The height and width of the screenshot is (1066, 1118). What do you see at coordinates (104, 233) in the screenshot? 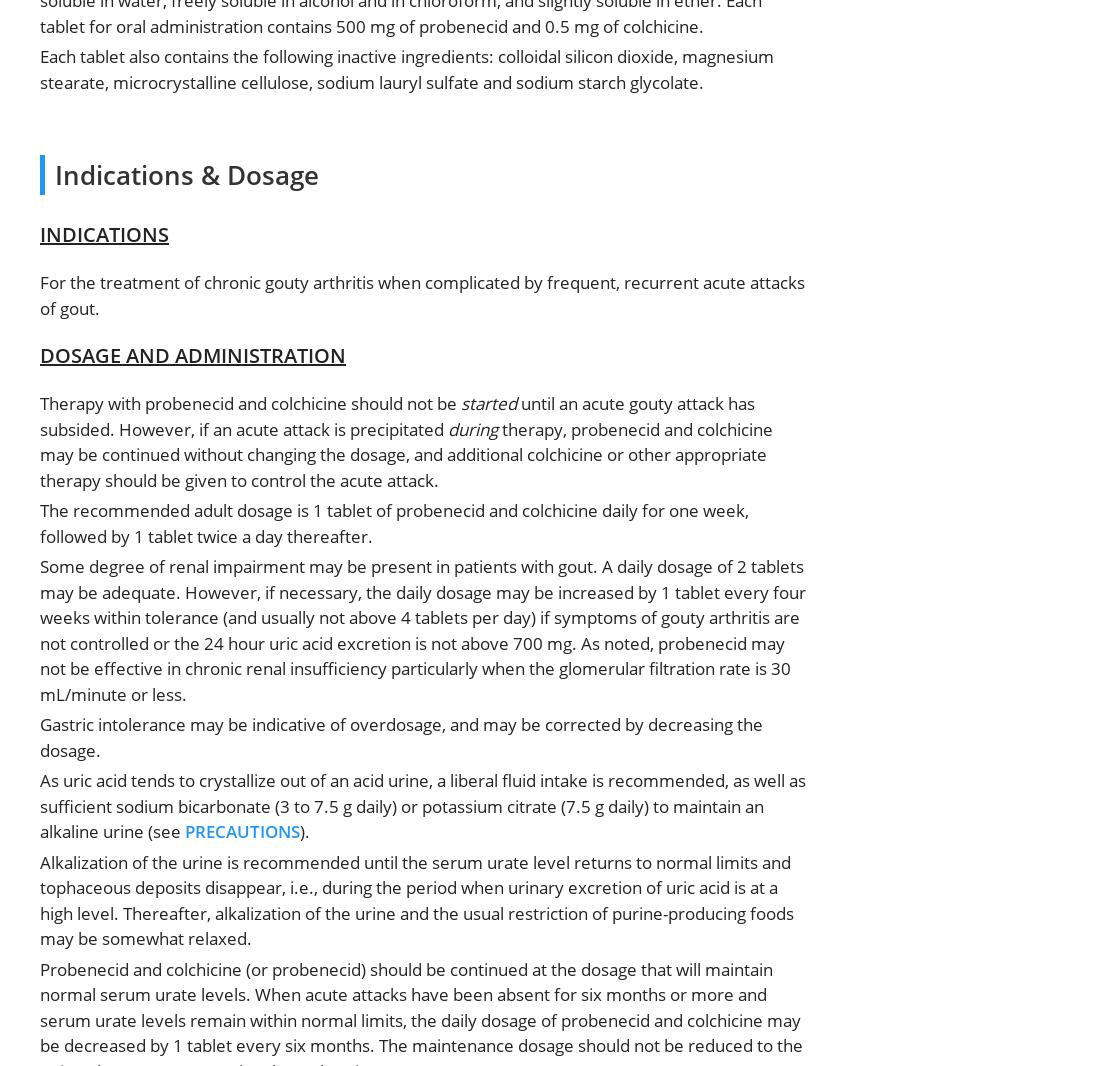
I see `'INDICATIONS'` at bounding box center [104, 233].